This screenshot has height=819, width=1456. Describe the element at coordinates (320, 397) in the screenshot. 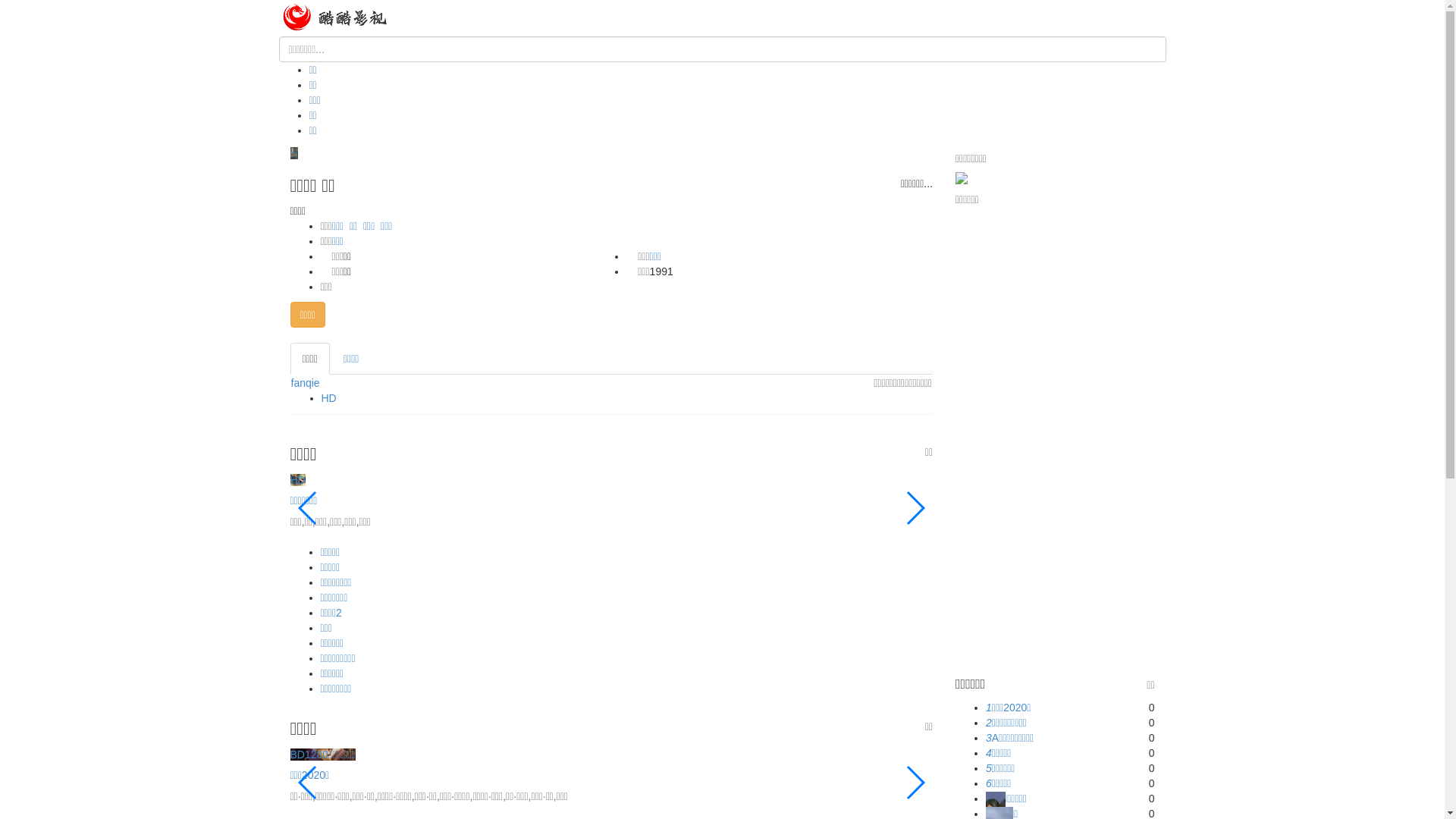

I see `'HD'` at that location.